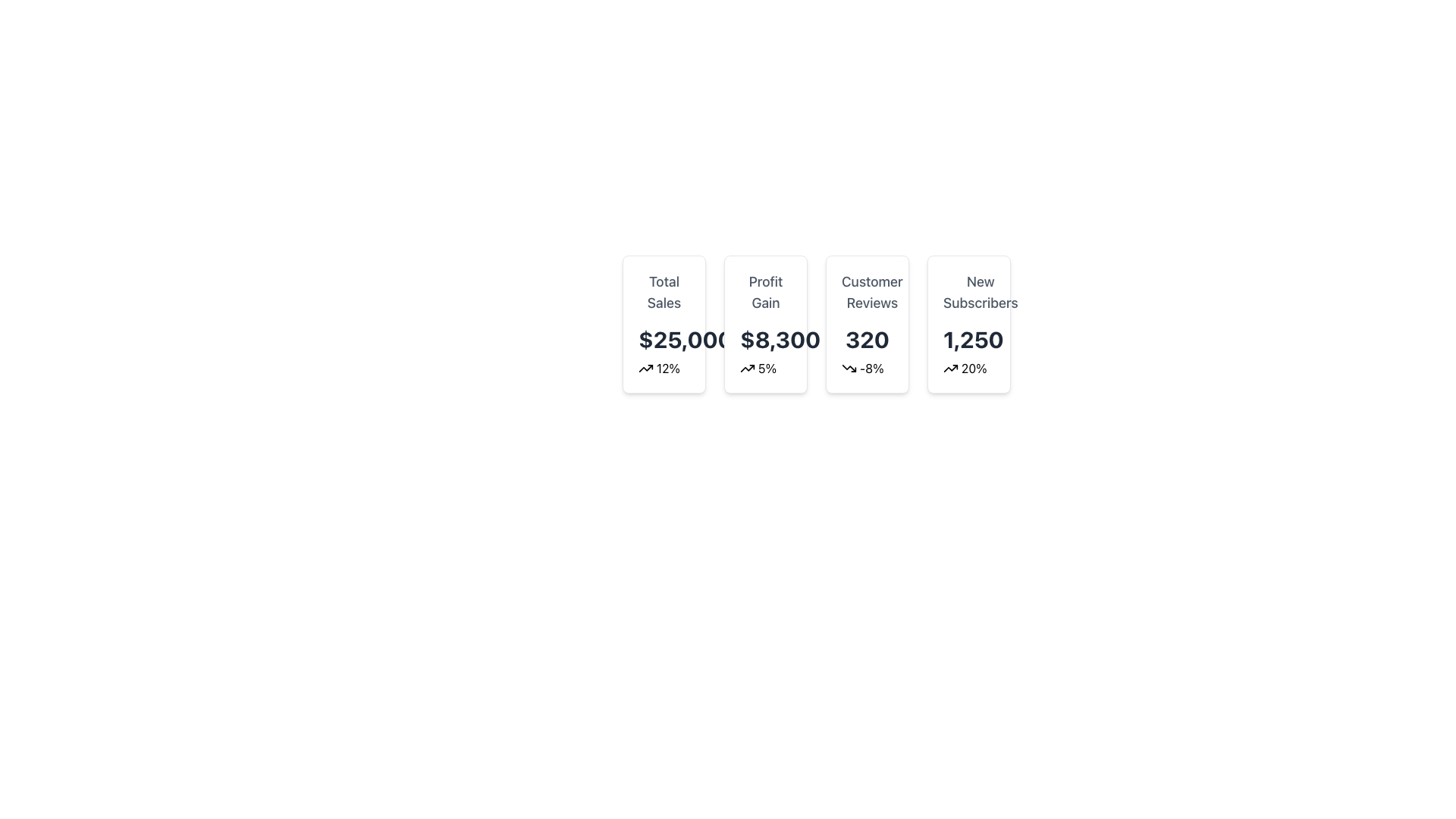 This screenshot has height=819, width=1456. What do you see at coordinates (974, 369) in the screenshot?
I see `the static text label displaying '20%' in green, located in the bottom section of the 'New Subscribers' card, to the right of the upward-trending arrow icon` at bounding box center [974, 369].